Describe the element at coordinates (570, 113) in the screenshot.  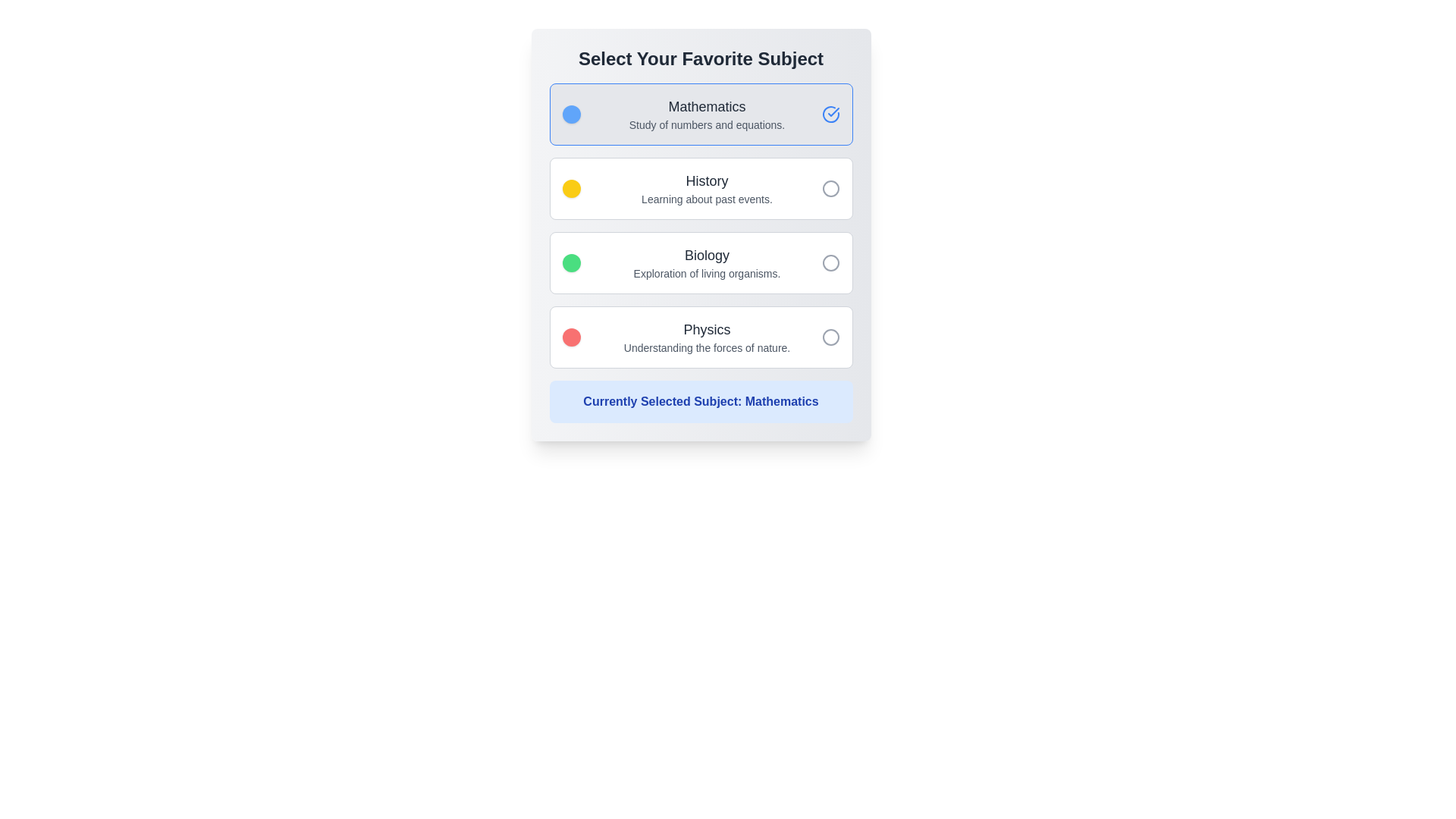
I see `the decorative icon for the 'Mathematics' option, which serves as a marker in the selection list under 'Select Your Favorite Subject'` at that location.